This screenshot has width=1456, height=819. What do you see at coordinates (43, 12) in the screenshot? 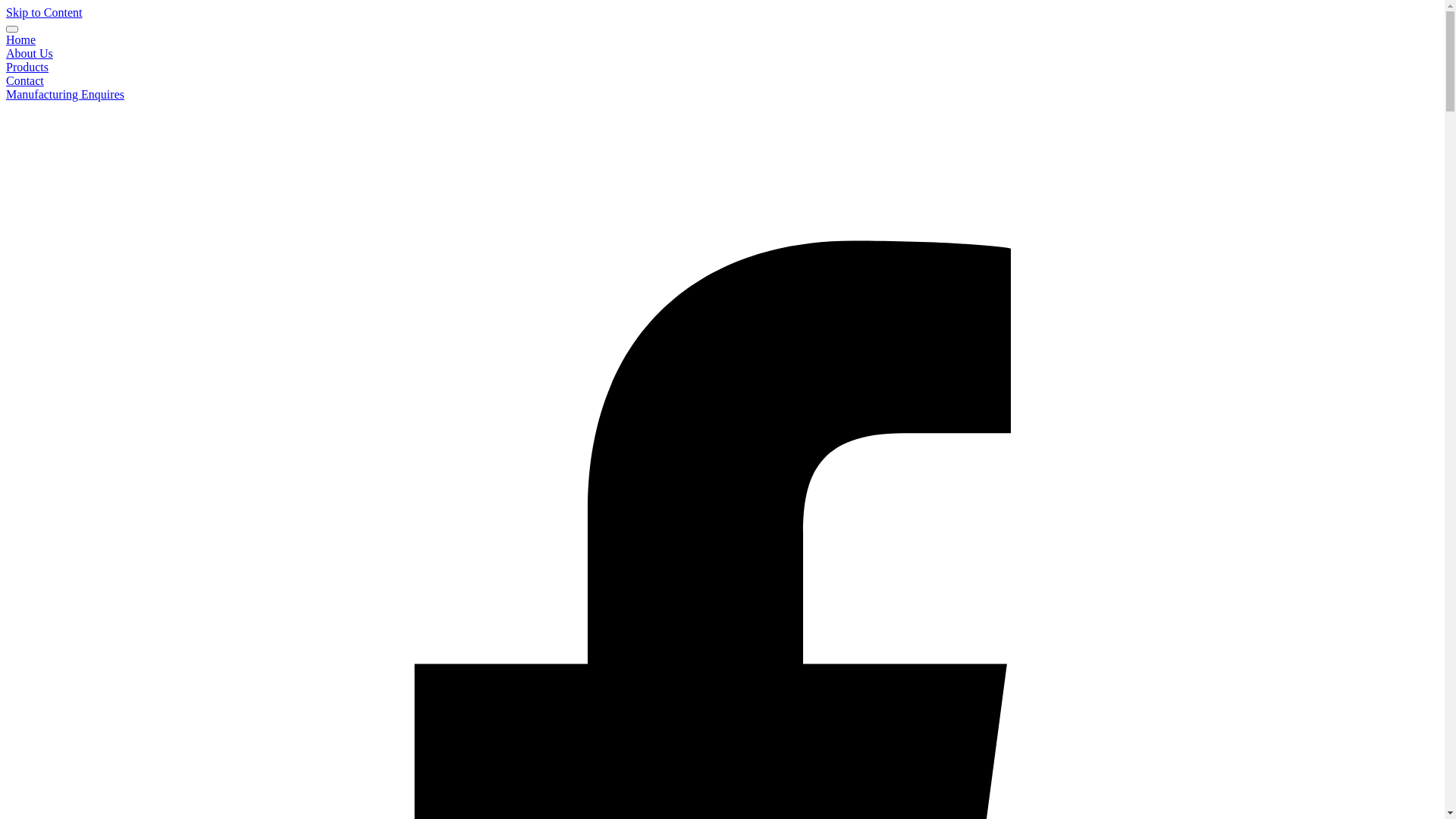
I see `'Skip to Content'` at bounding box center [43, 12].